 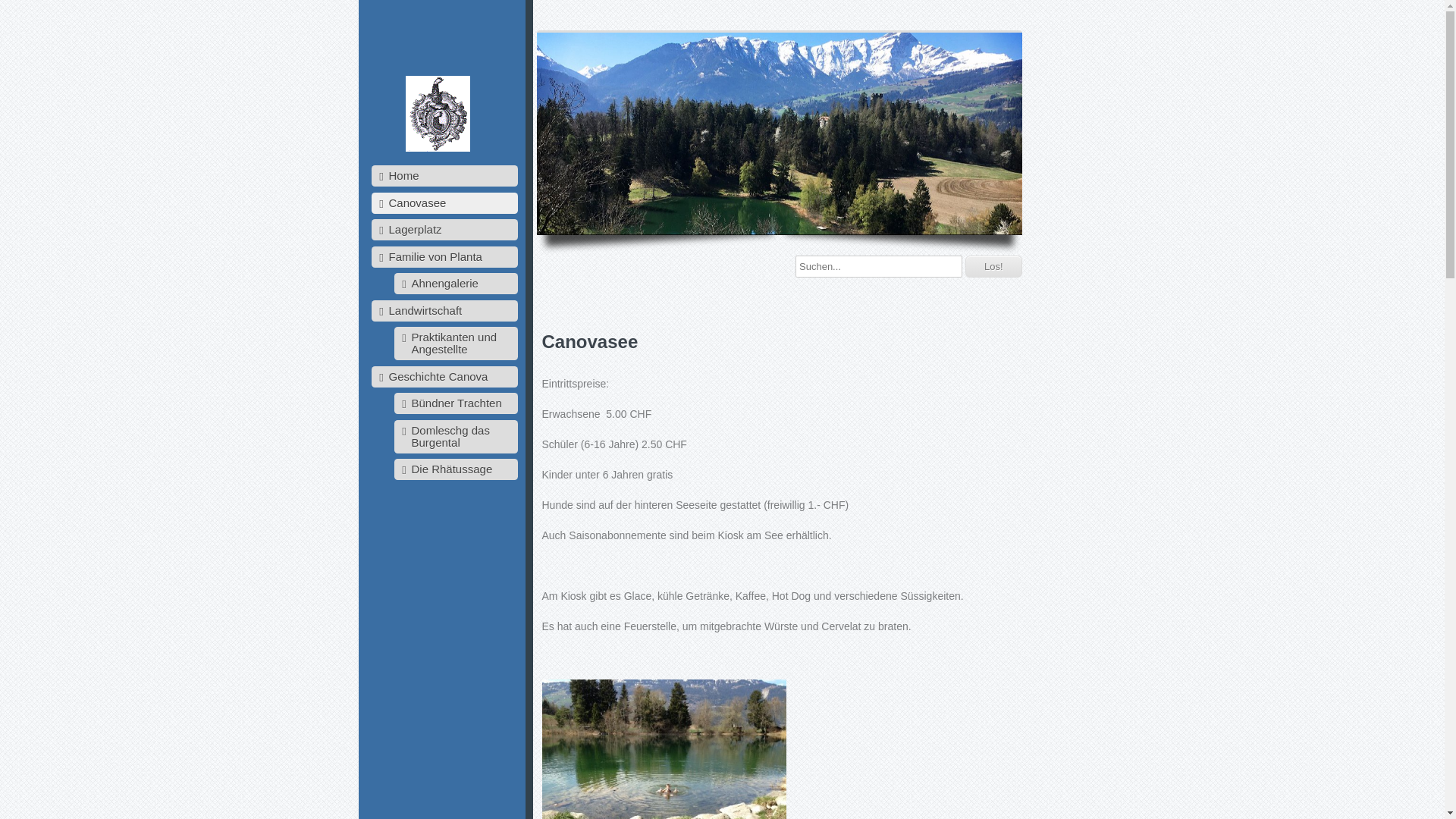 What do you see at coordinates (394, 343) in the screenshot?
I see `'Praktikanten und Angestellte'` at bounding box center [394, 343].